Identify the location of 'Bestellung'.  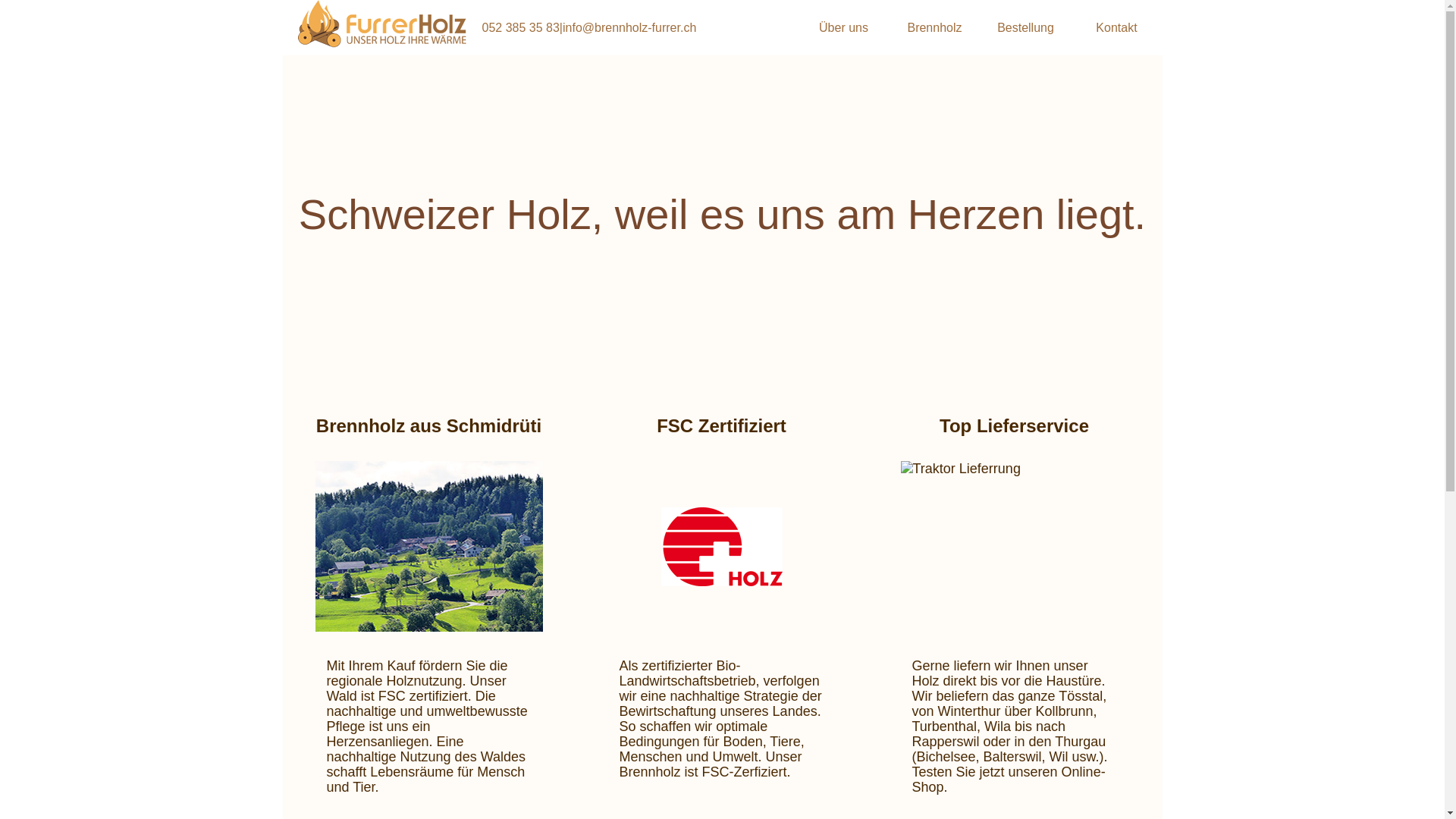
(1025, 27).